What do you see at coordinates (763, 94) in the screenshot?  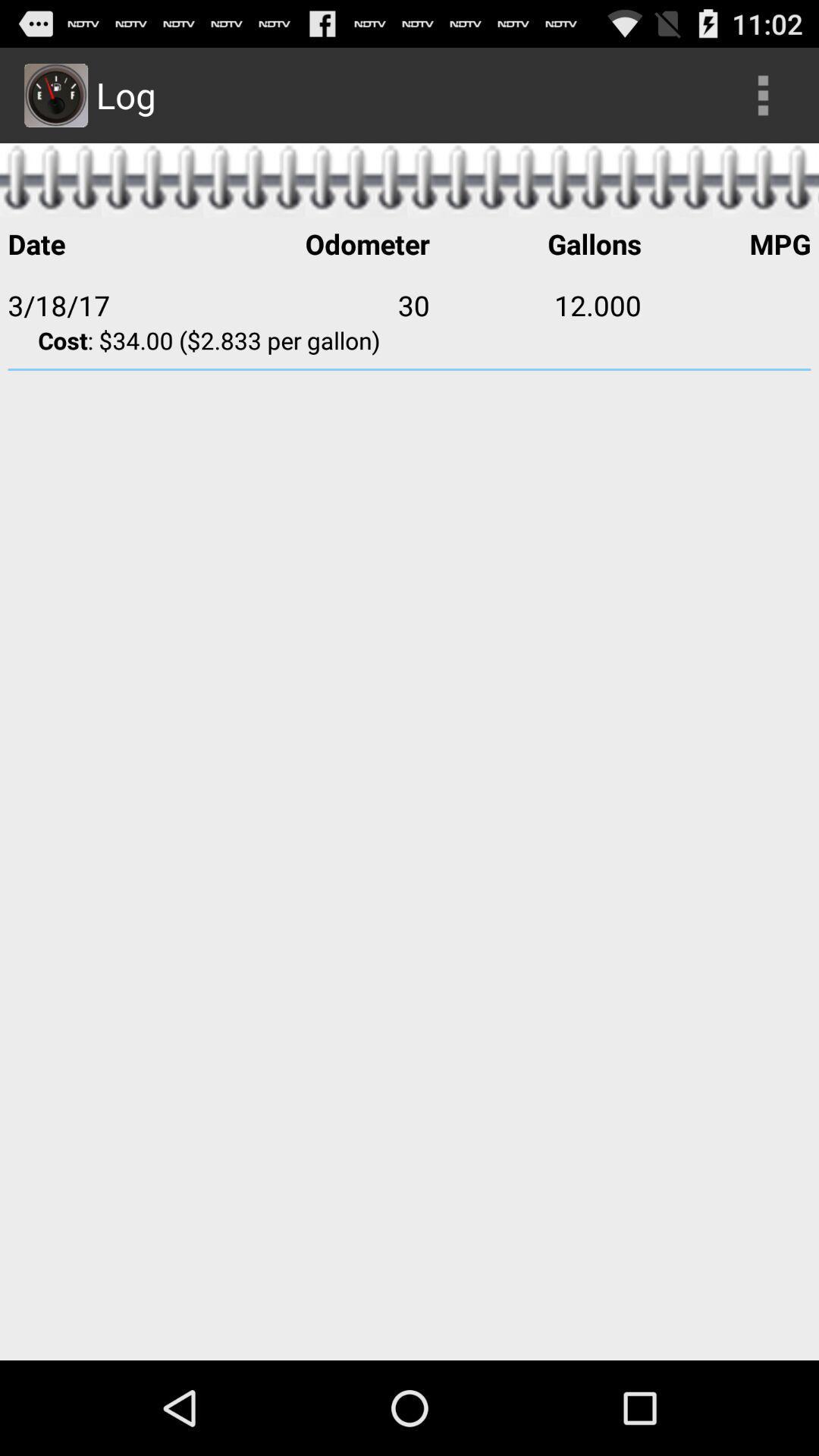 I see `additonal options` at bounding box center [763, 94].